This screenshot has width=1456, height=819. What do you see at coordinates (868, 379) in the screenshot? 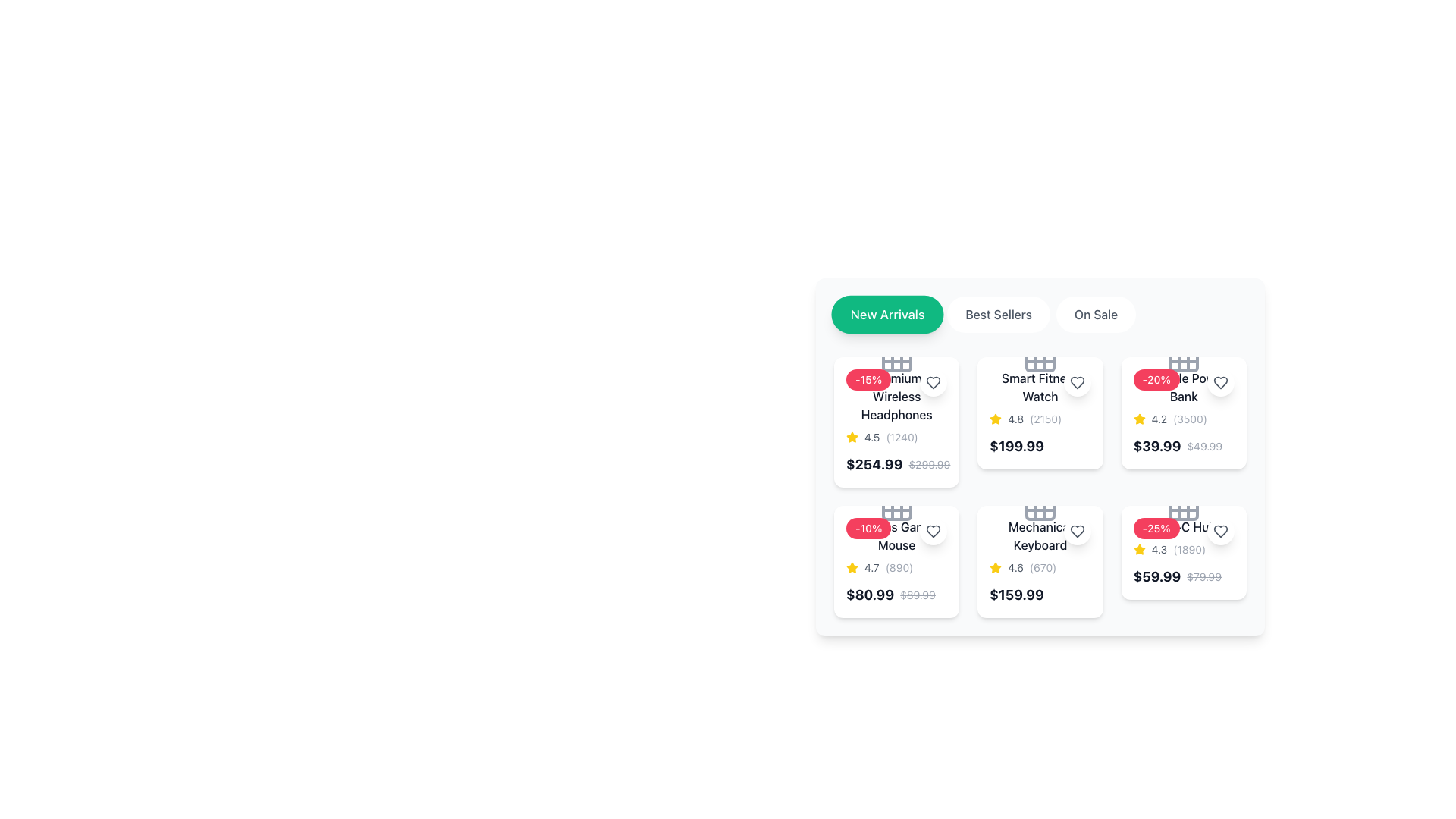
I see `the red badge with white text displaying '-15%' located at the top-left area of the product card for 'Premium Wireless Headphones'` at bounding box center [868, 379].